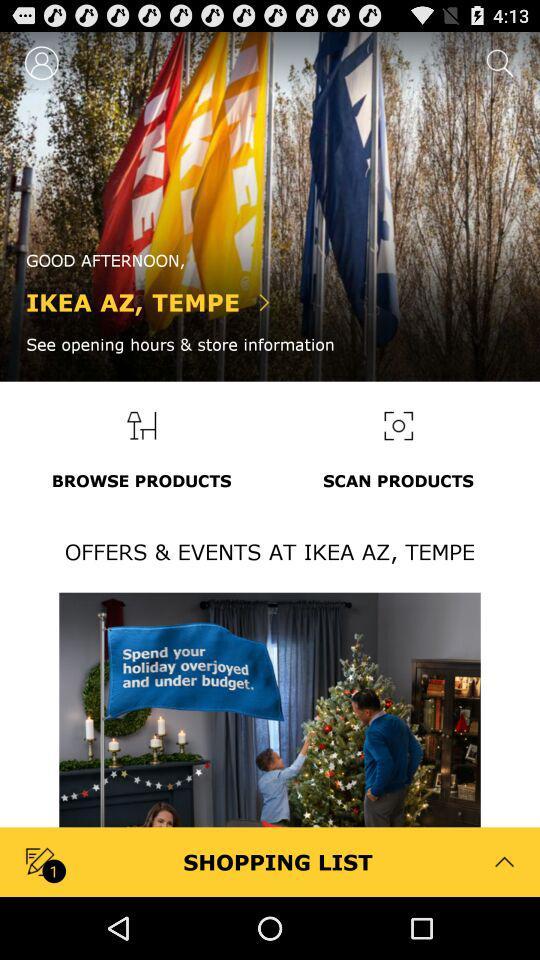  What do you see at coordinates (42, 860) in the screenshot?
I see `edit icon at bottom left side of the page` at bounding box center [42, 860].